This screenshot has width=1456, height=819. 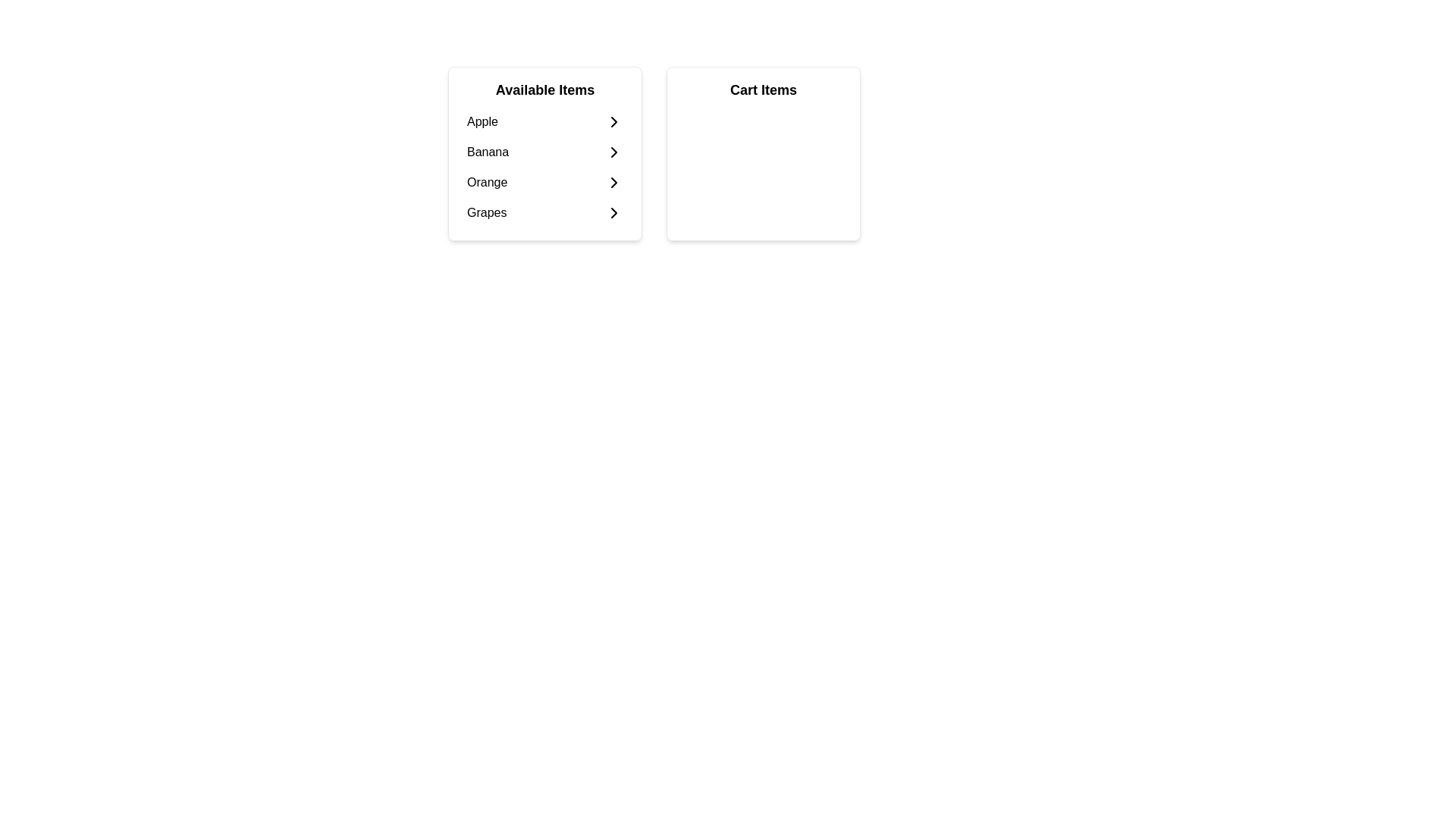 I want to click on the right arrow SVG icon next to the 'Apple' item, so click(x=614, y=121).